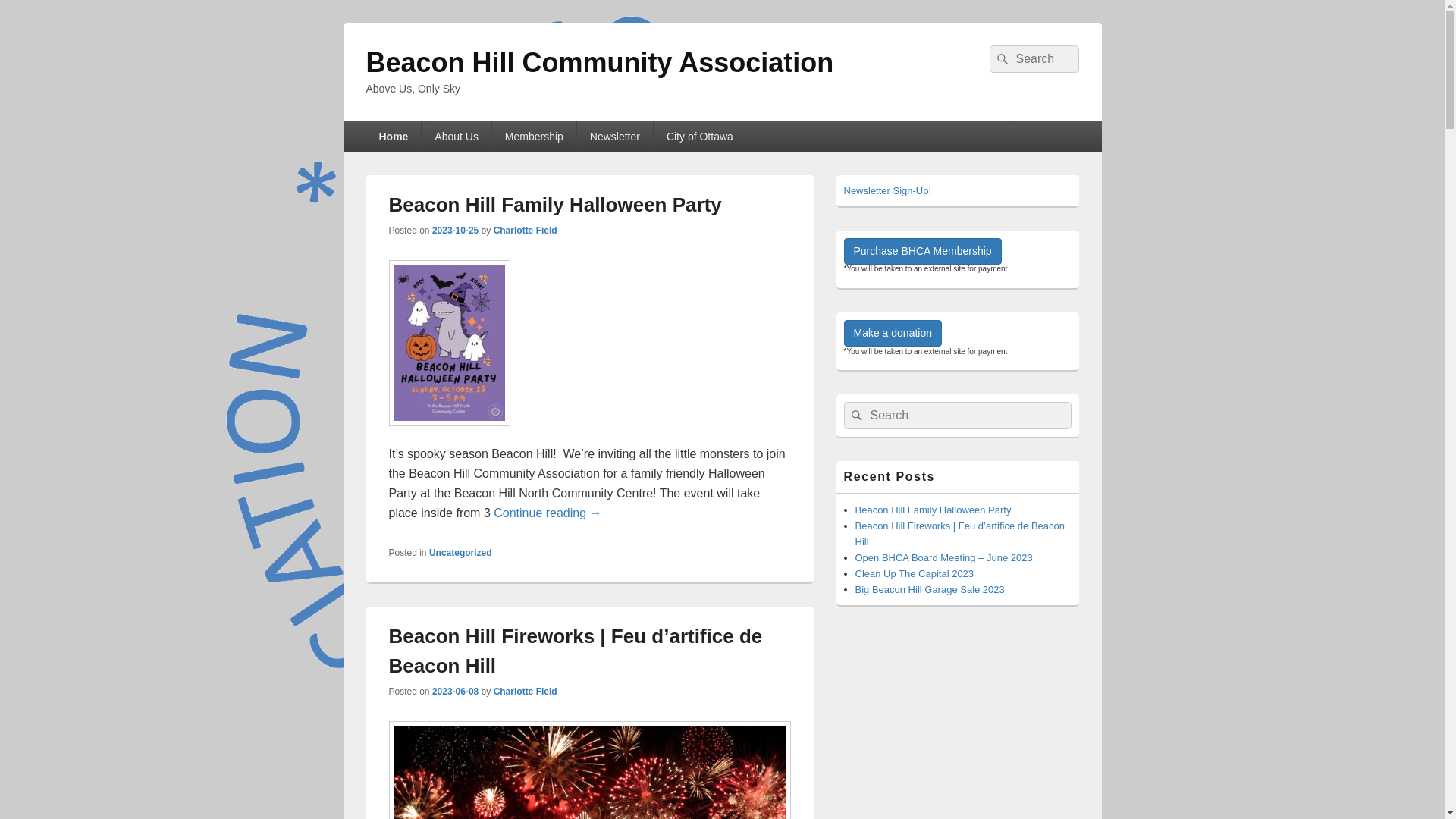 This screenshot has width=1456, height=819. What do you see at coordinates (615, 136) in the screenshot?
I see `'Newsletter'` at bounding box center [615, 136].